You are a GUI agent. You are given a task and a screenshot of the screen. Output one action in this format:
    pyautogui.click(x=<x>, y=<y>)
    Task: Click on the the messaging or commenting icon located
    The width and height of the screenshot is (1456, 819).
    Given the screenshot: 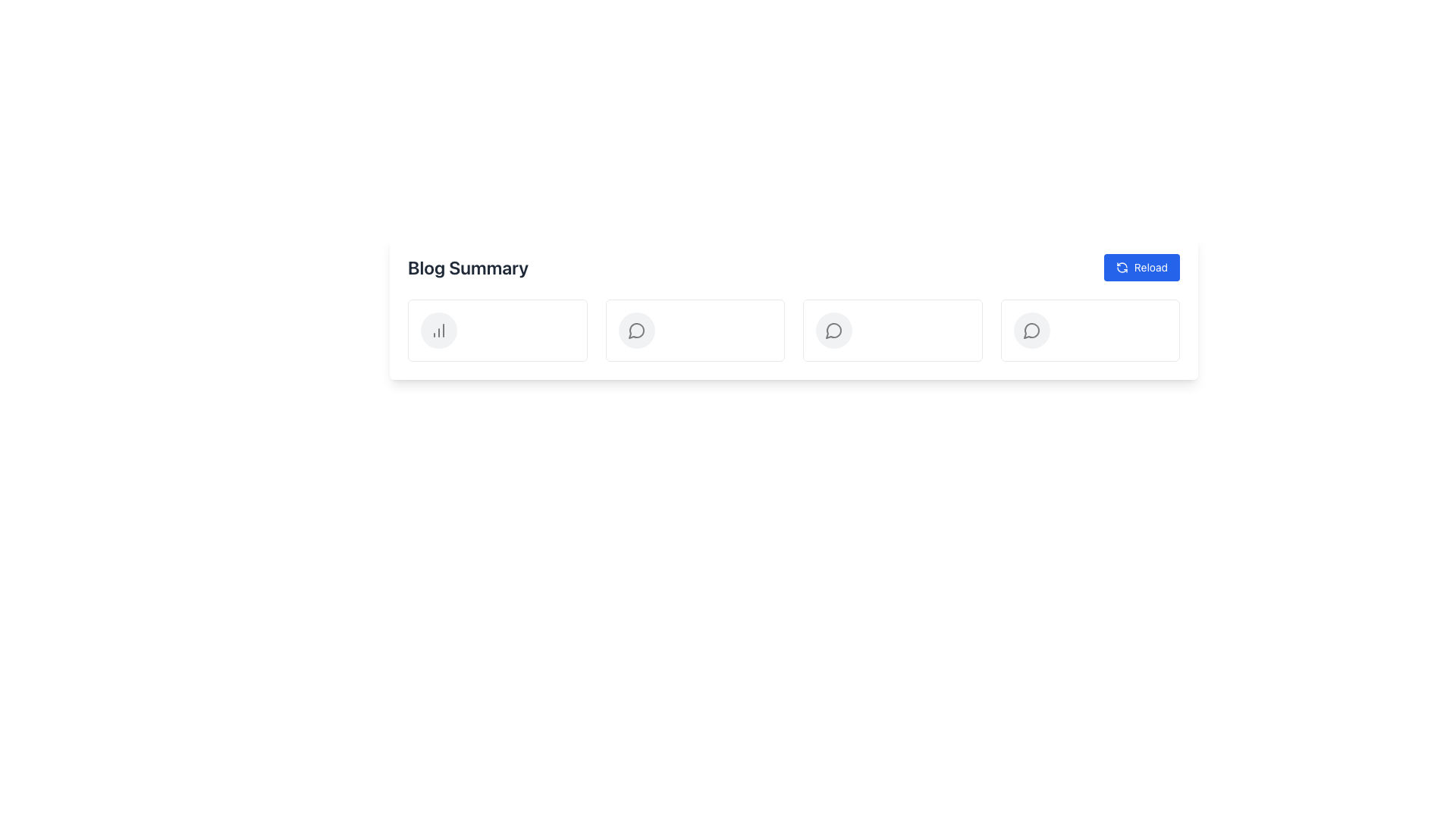 What is the action you would take?
    pyautogui.click(x=1031, y=329)
    